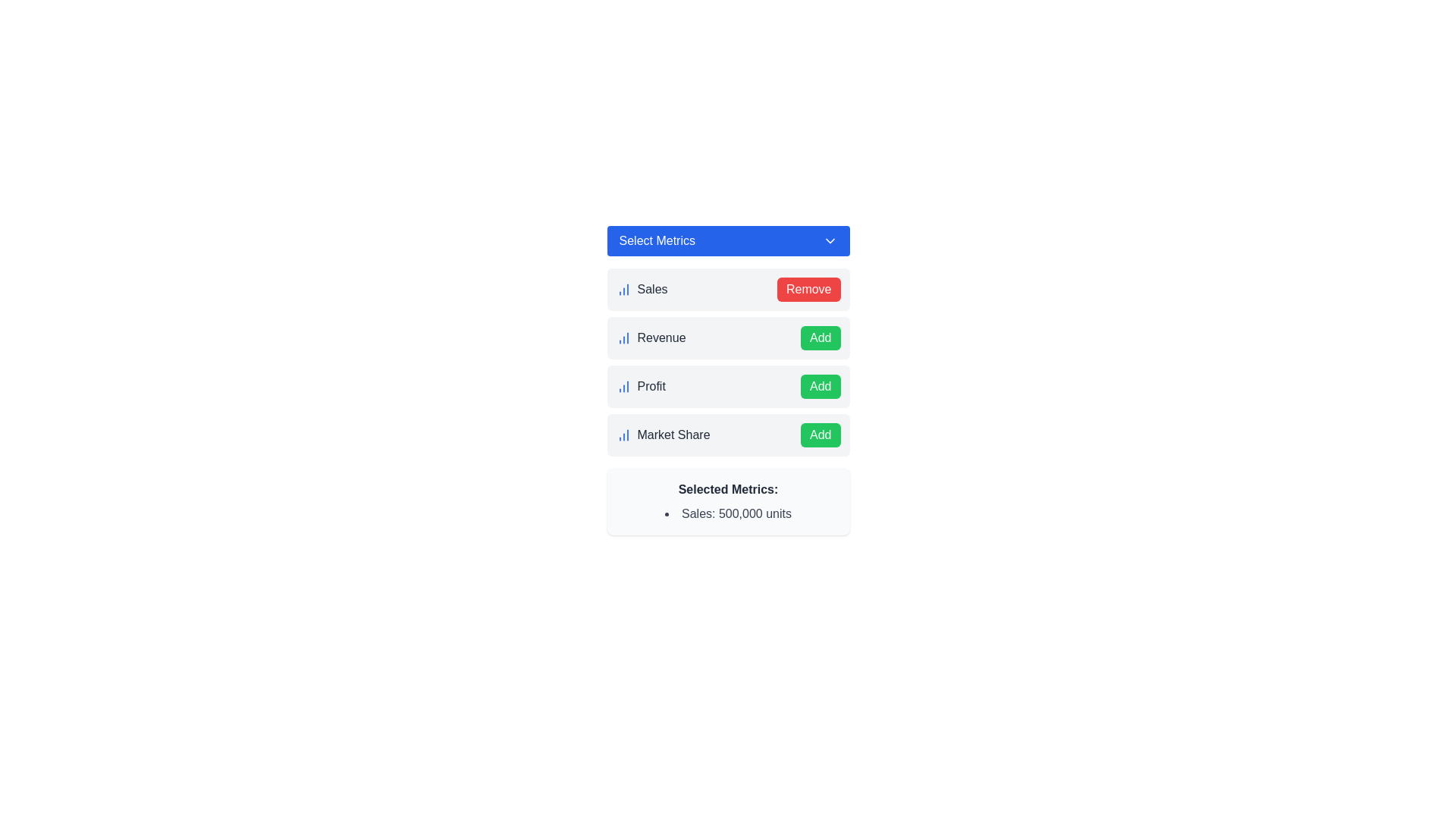 This screenshot has width=1456, height=819. What do you see at coordinates (623, 289) in the screenshot?
I see `the sales data icon, which is an SVG-based graphic positioned to the far left of the 'Sales' text in the first row of a vertical list` at bounding box center [623, 289].